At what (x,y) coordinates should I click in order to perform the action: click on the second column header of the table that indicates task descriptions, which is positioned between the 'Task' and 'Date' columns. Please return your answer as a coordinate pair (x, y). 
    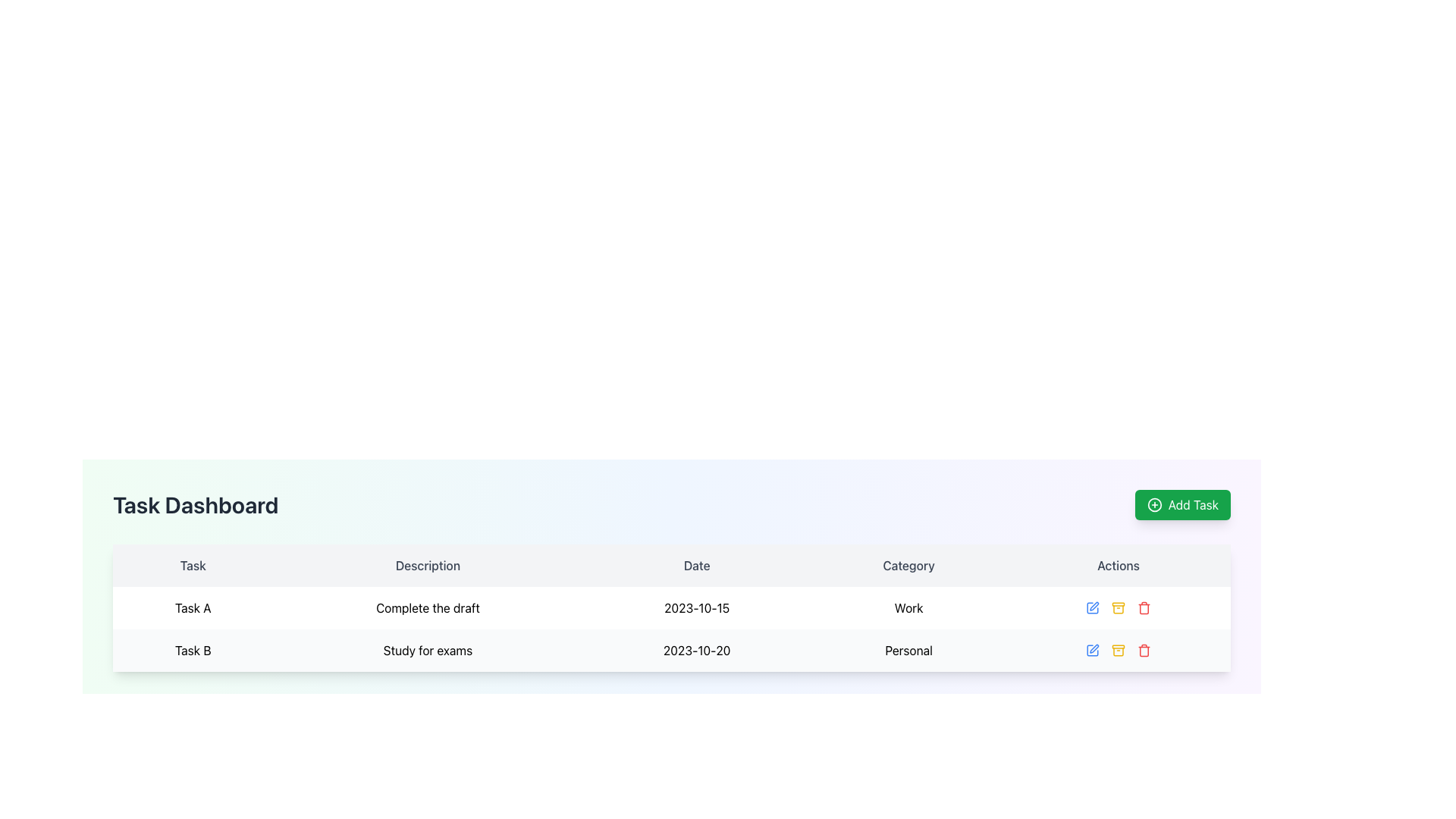
    Looking at the image, I should click on (427, 565).